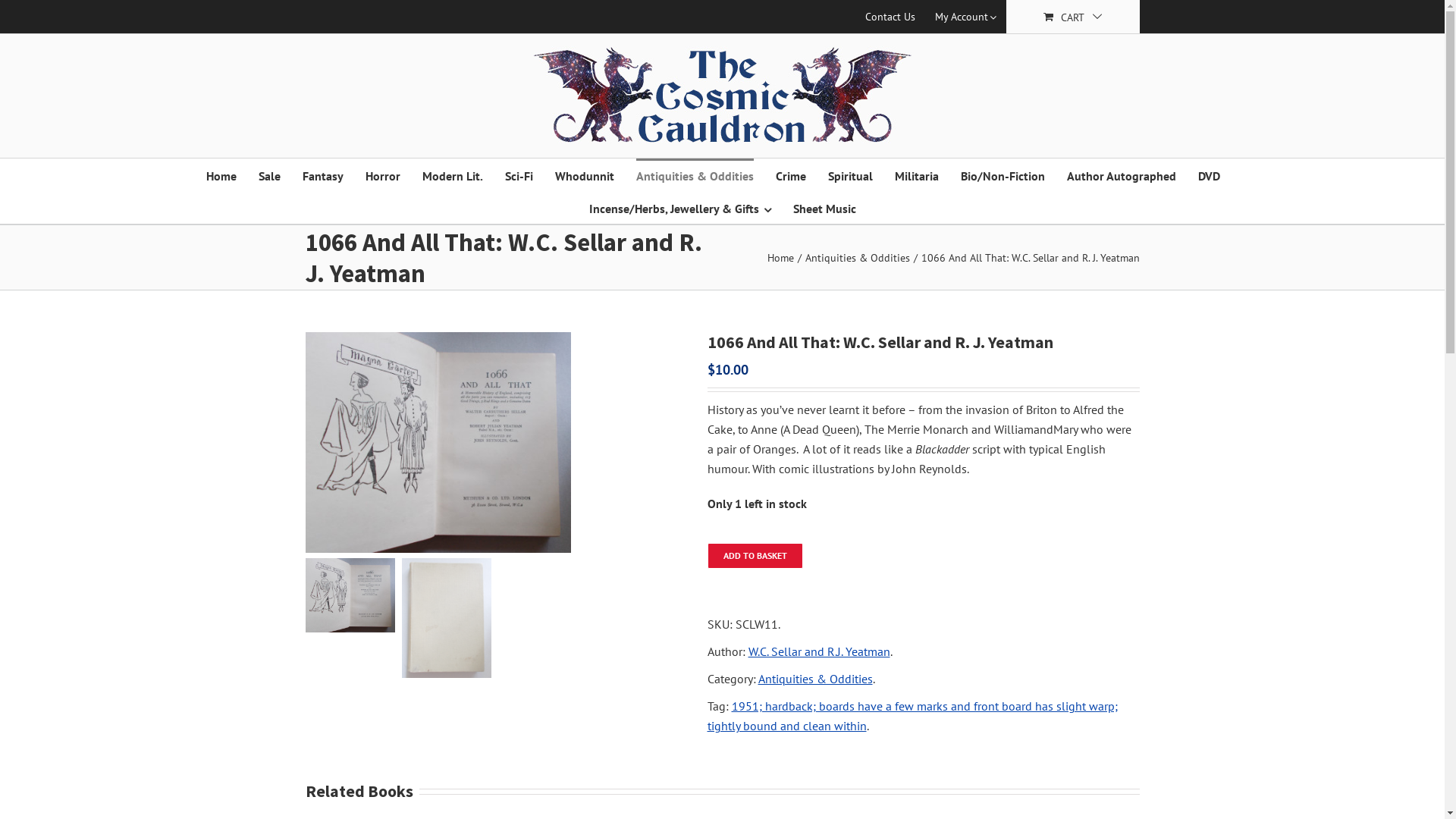 Image resolution: width=1456 pixels, height=819 pixels. I want to click on 'Sale', so click(268, 174).